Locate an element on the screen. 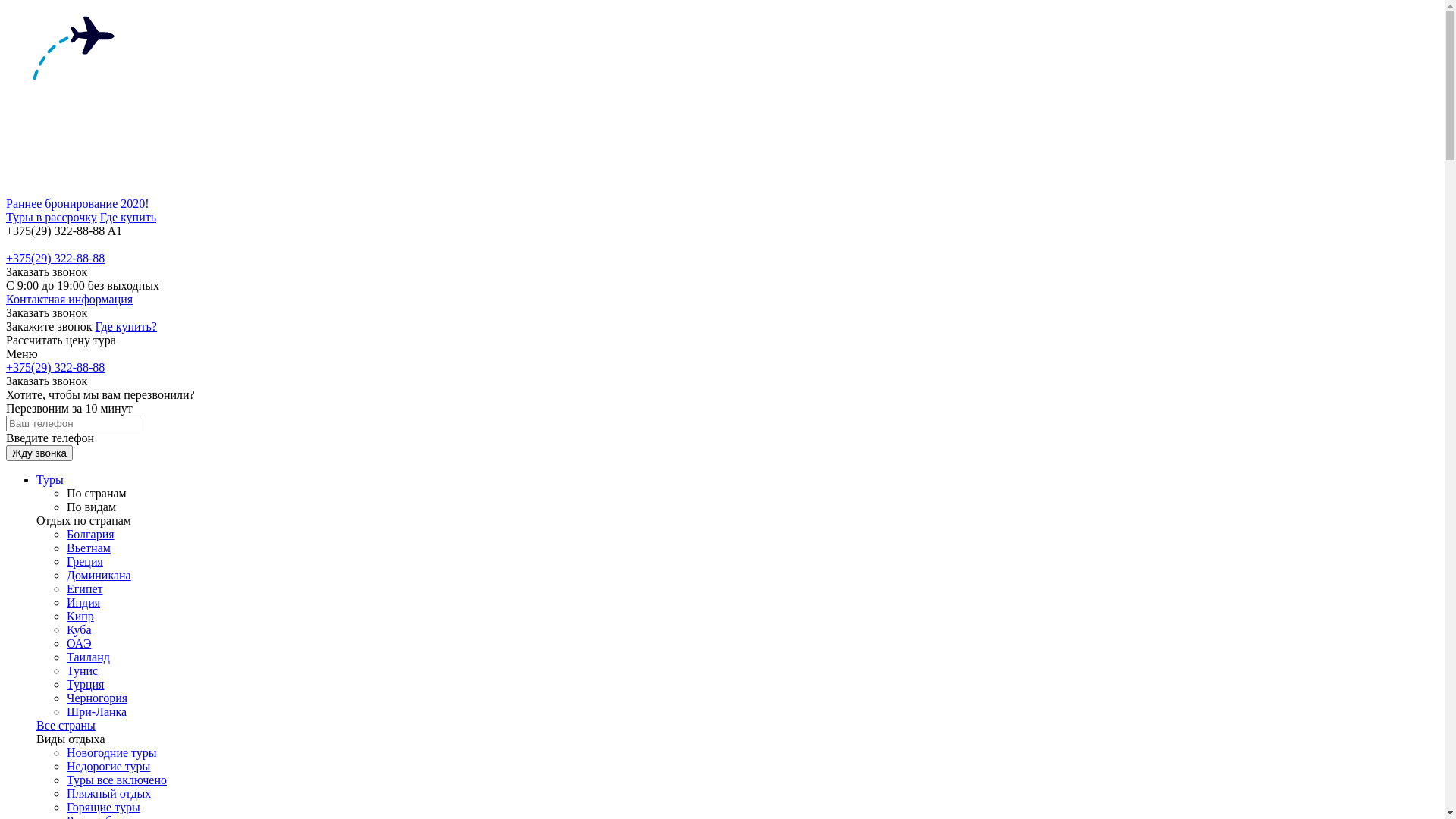 This screenshot has height=819, width=1456. '+375(29) 322-88-88' is located at coordinates (6, 257).